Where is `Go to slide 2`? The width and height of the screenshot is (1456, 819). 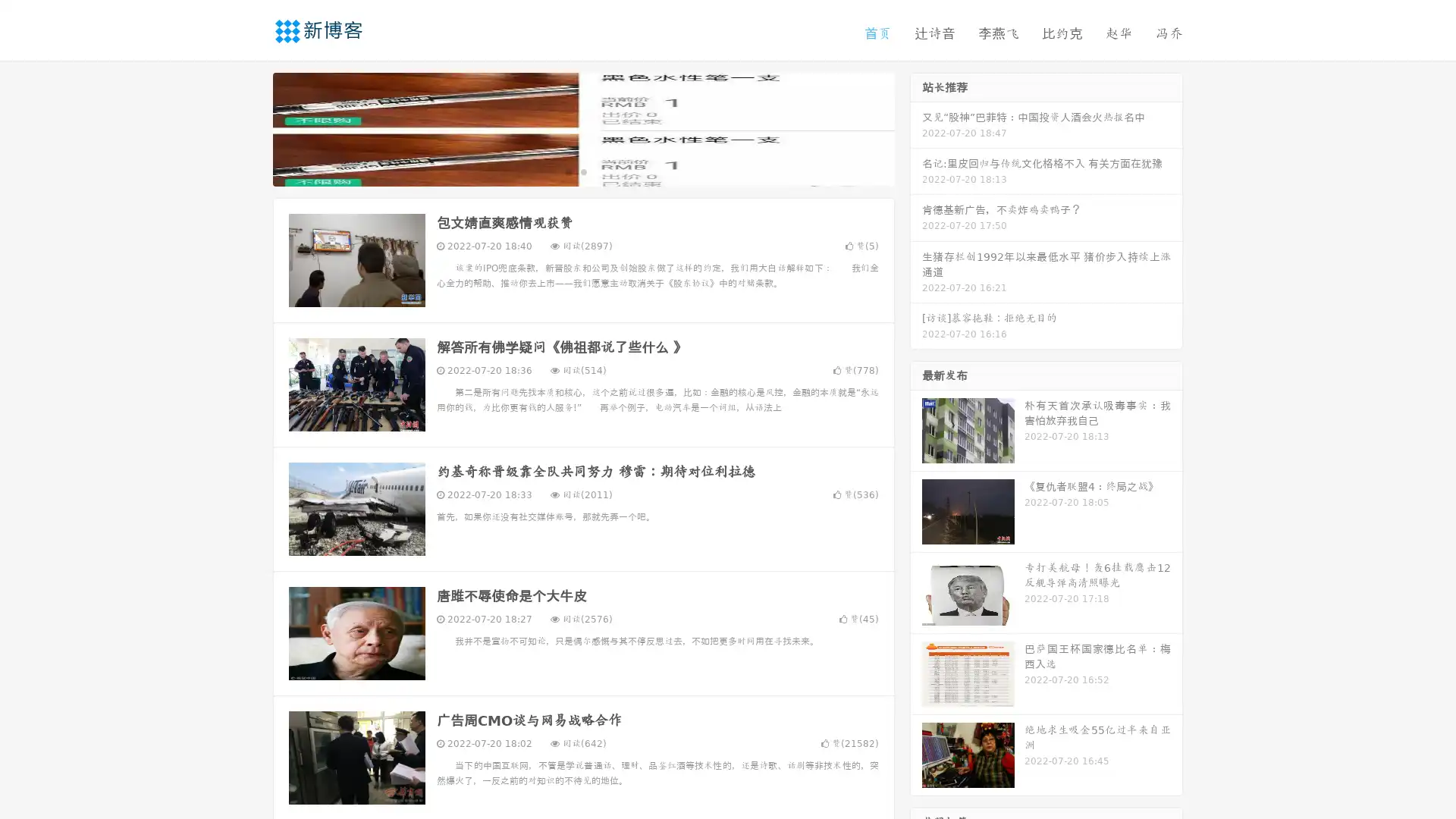 Go to slide 2 is located at coordinates (582, 171).